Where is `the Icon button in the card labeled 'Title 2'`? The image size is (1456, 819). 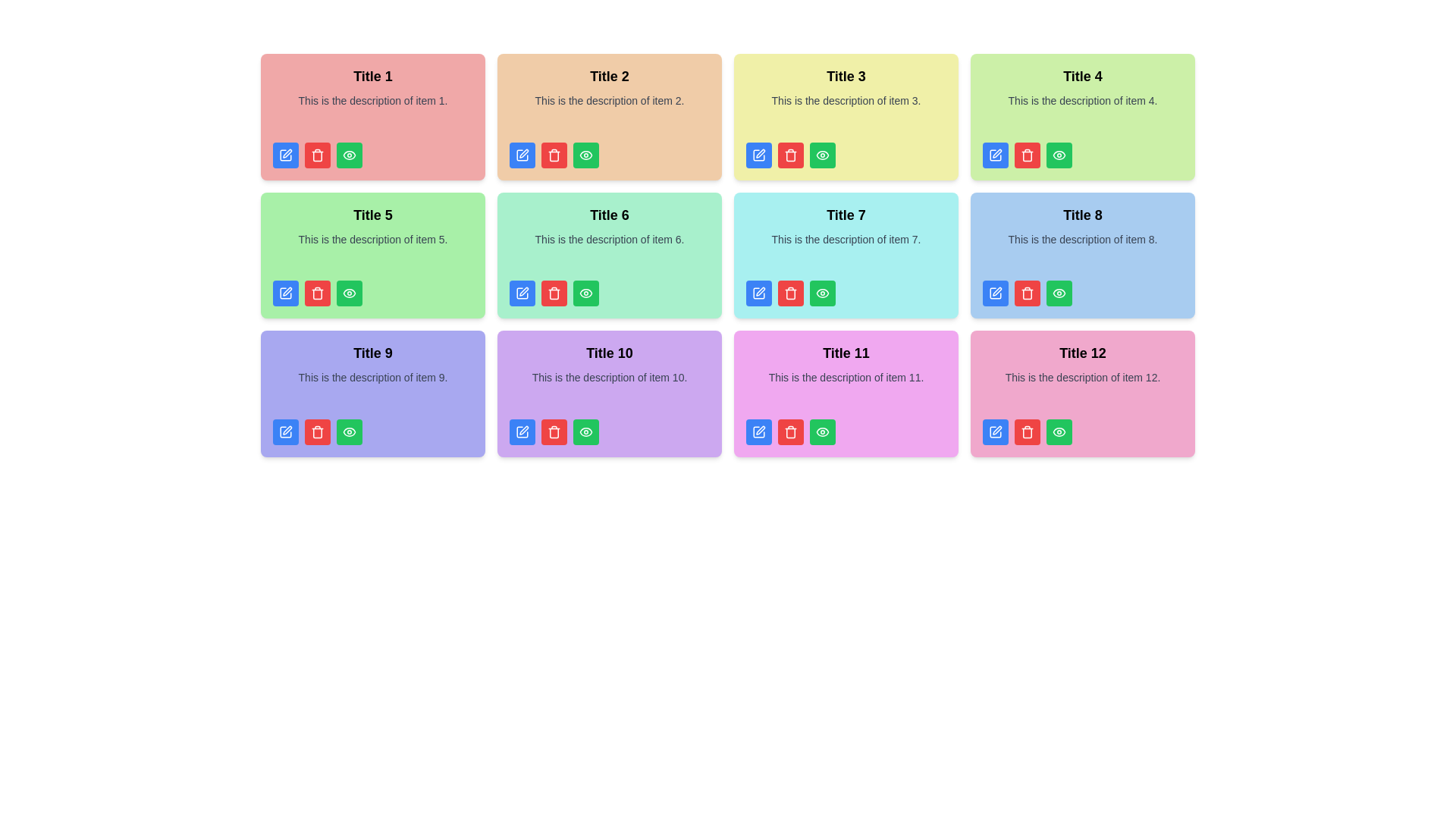
the Icon button in the card labeled 'Title 2' is located at coordinates (585, 155).